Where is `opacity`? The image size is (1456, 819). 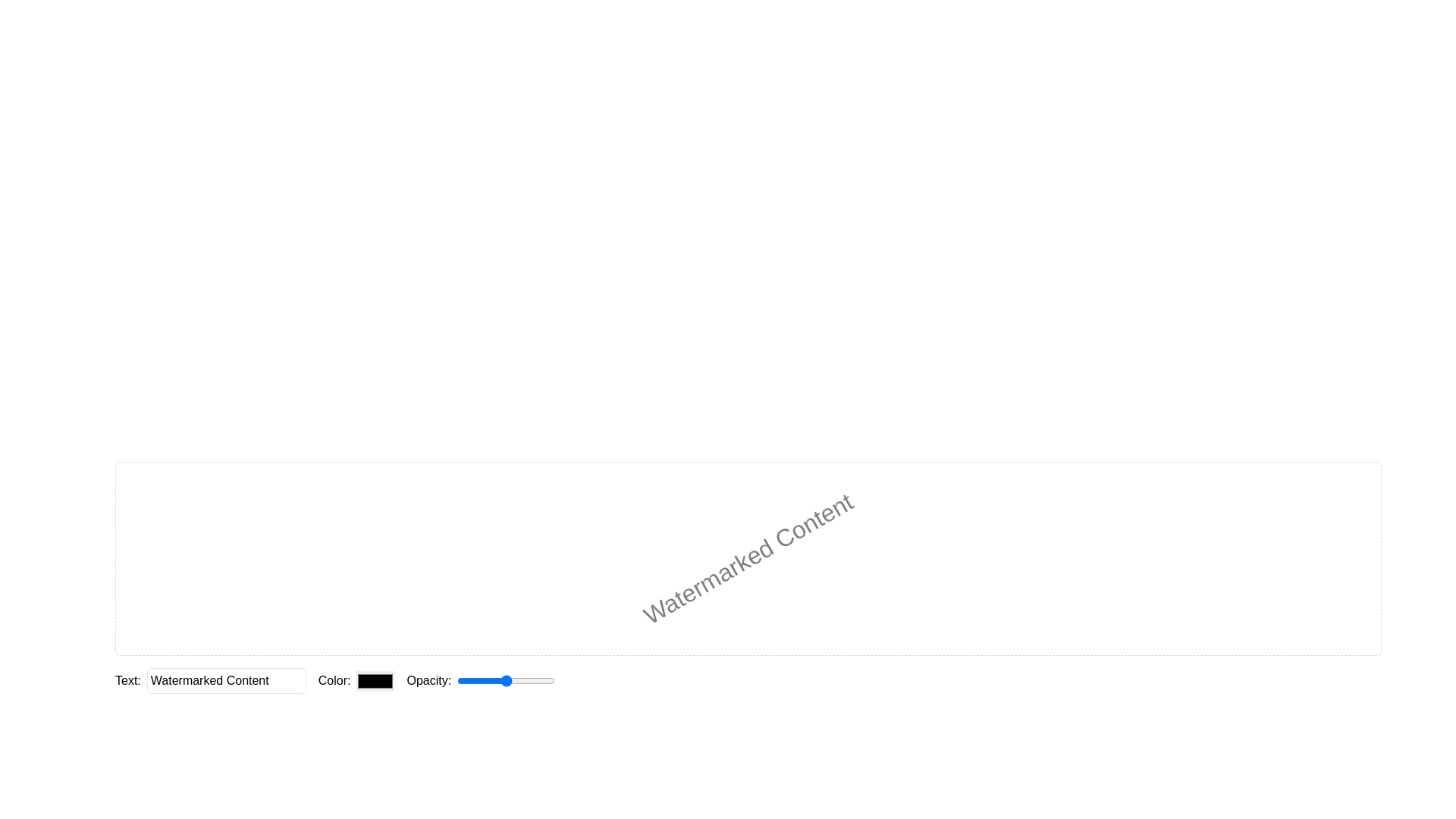 opacity is located at coordinates (483, 680).